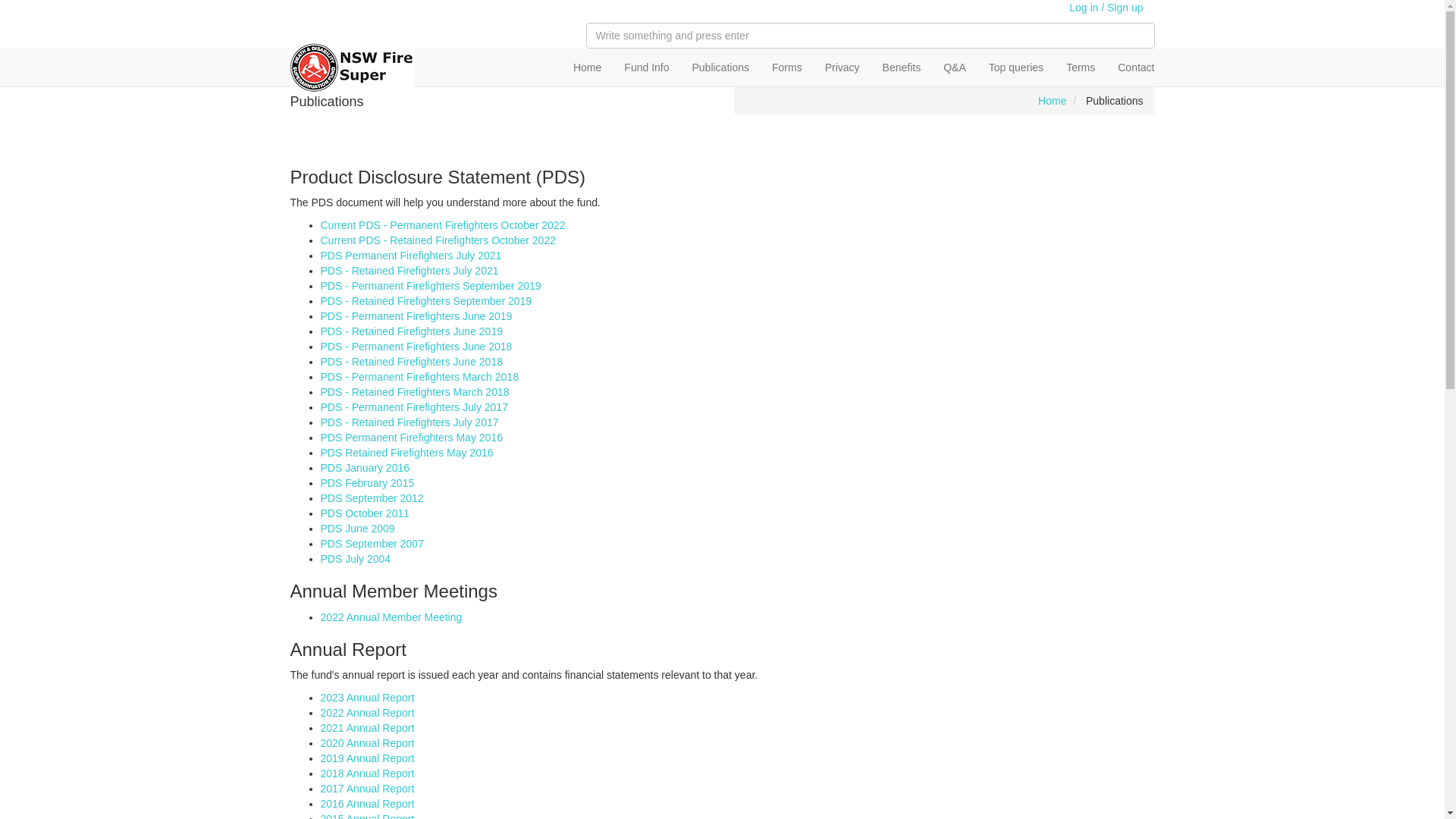 The width and height of the screenshot is (1456, 819). What do you see at coordinates (841, 66) in the screenshot?
I see `'Privacy'` at bounding box center [841, 66].